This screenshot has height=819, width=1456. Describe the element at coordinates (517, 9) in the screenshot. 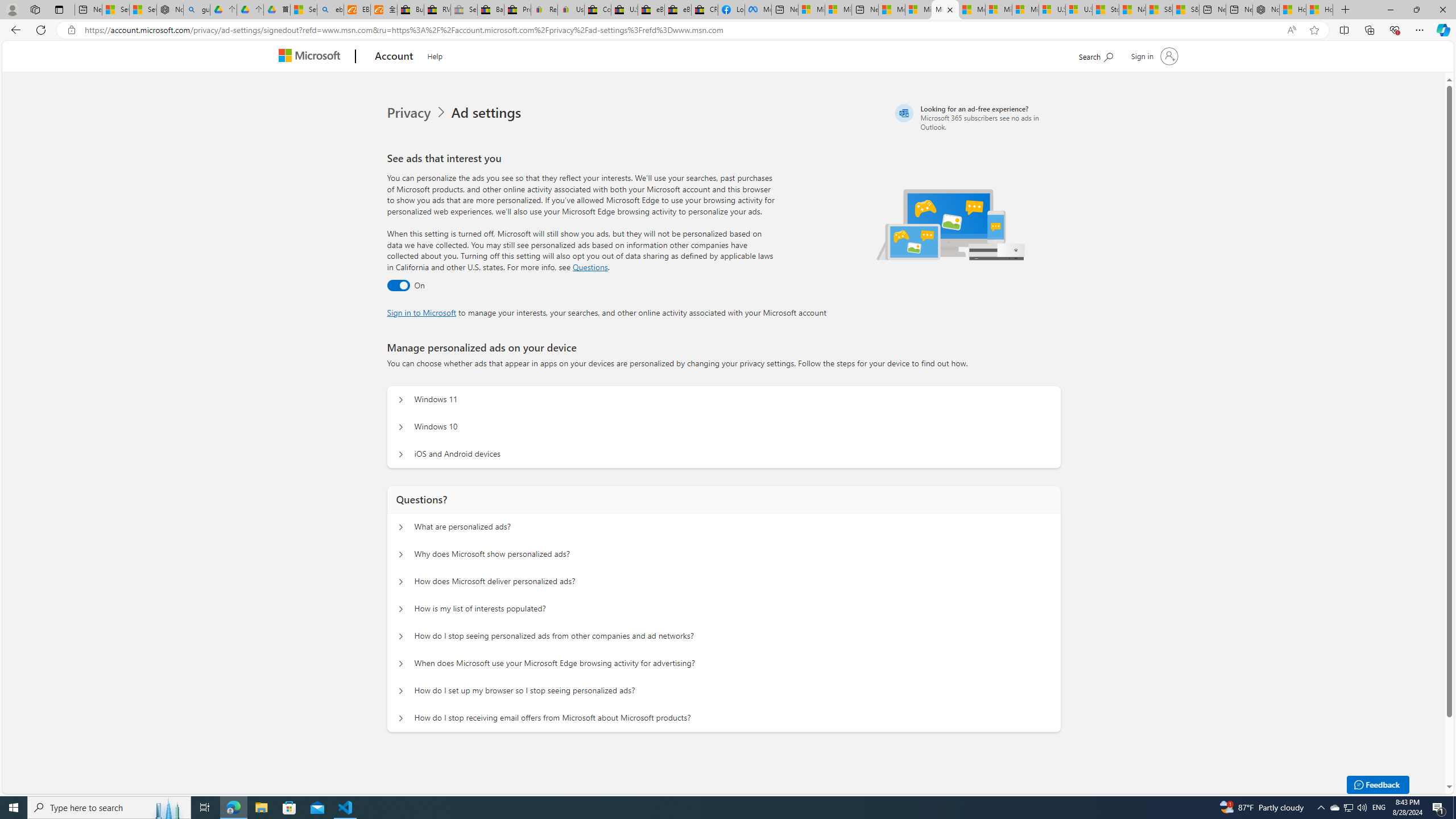

I see `'Press Room - eBay Inc.'` at that location.